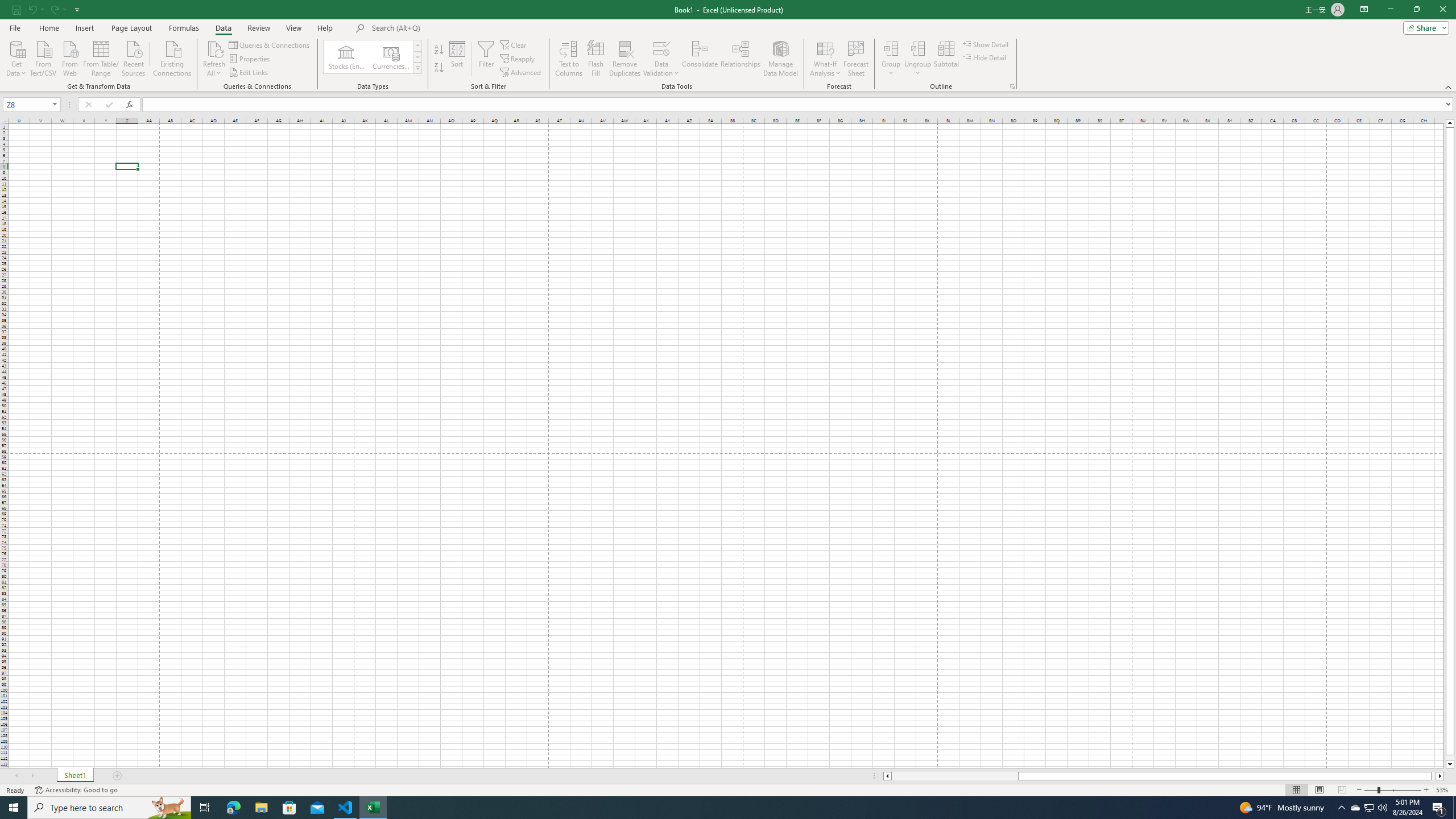  What do you see at coordinates (568, 59) in the screenshot?
I see `'Text to Columns...'` at bounding box center [568, 59].